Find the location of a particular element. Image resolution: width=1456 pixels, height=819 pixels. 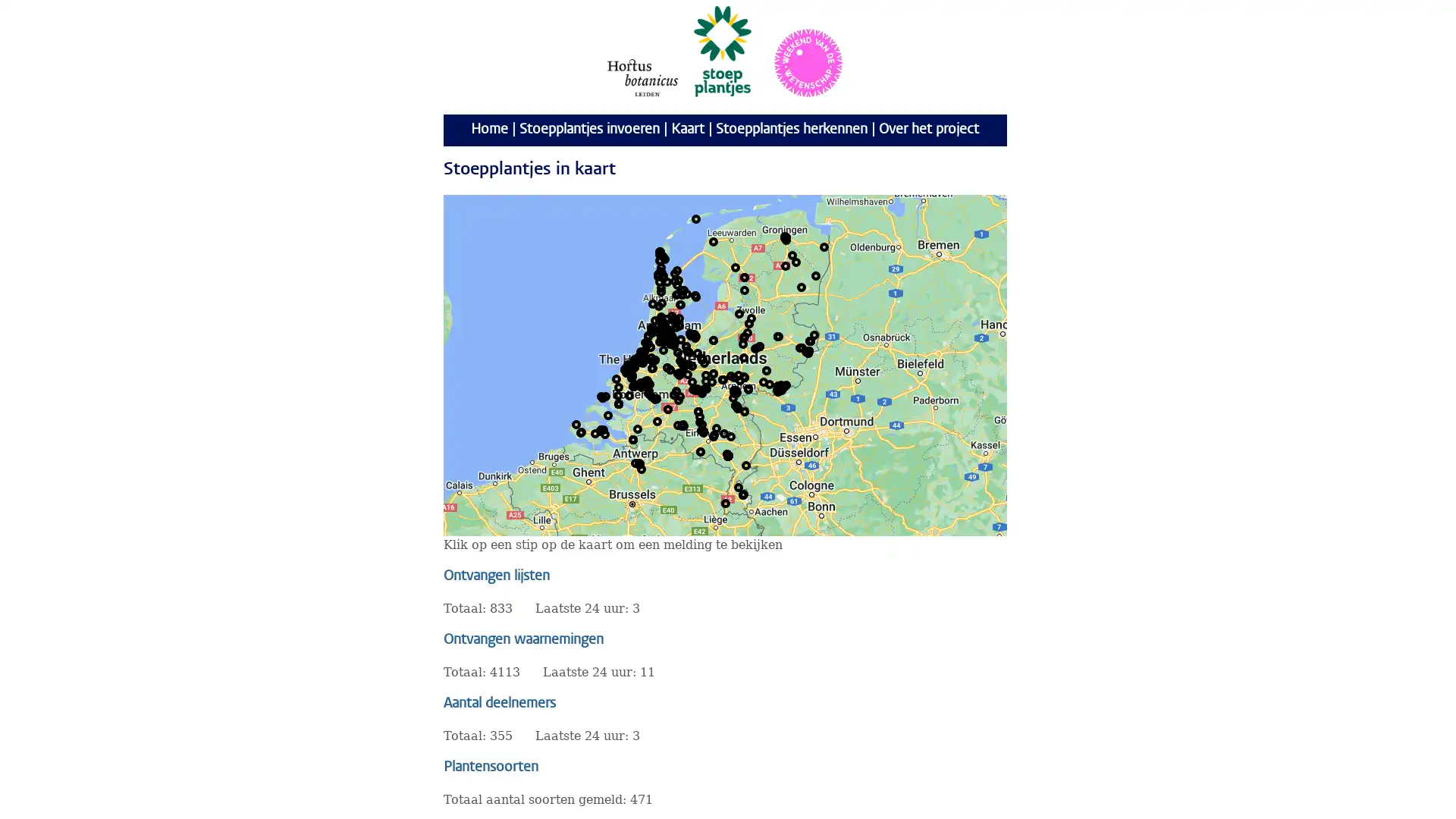

Telling van op 30 mei 2022 is located at coordinates (634, 366).